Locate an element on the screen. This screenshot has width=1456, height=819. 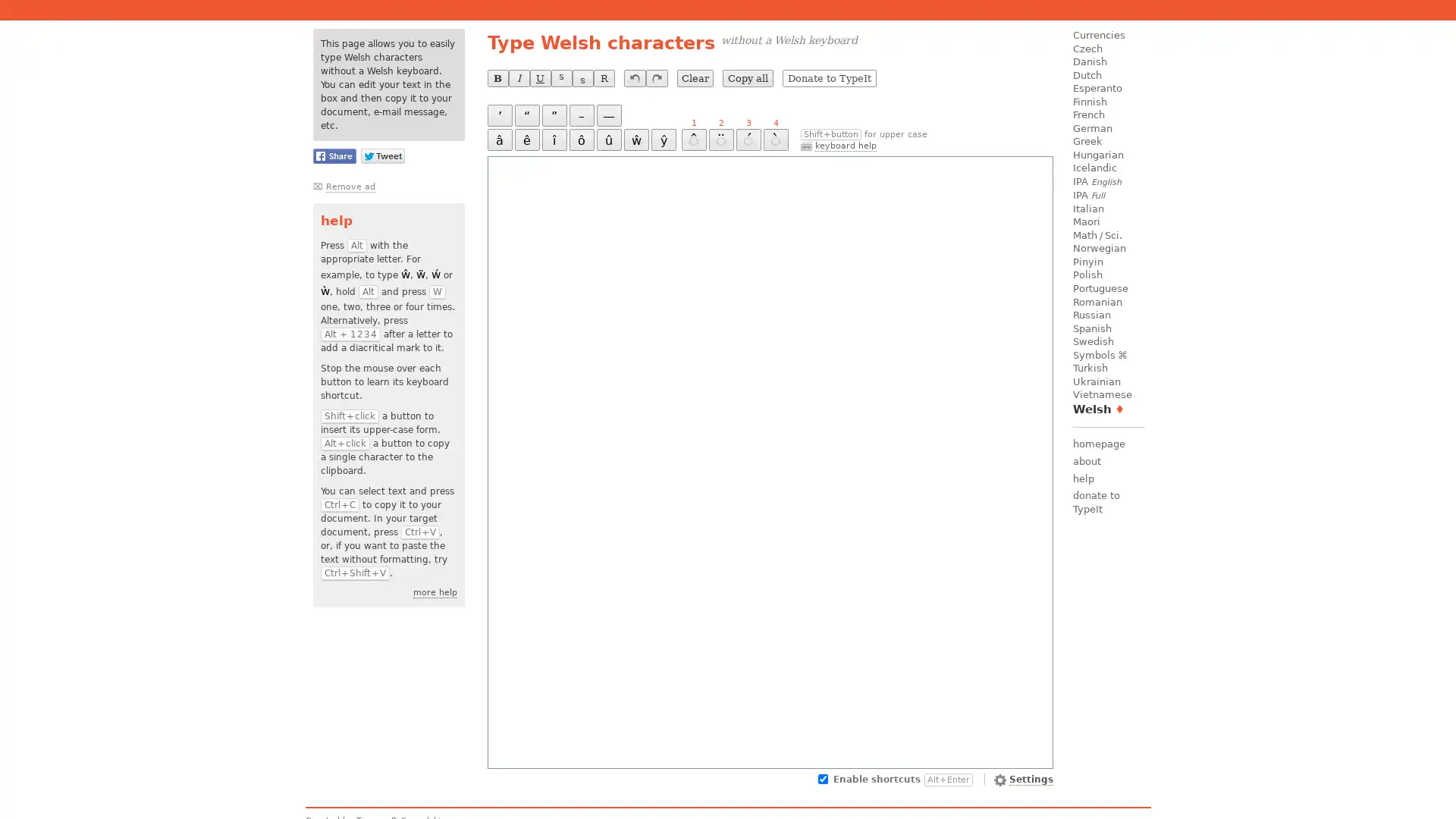
R is located at coordinates (603, 78).